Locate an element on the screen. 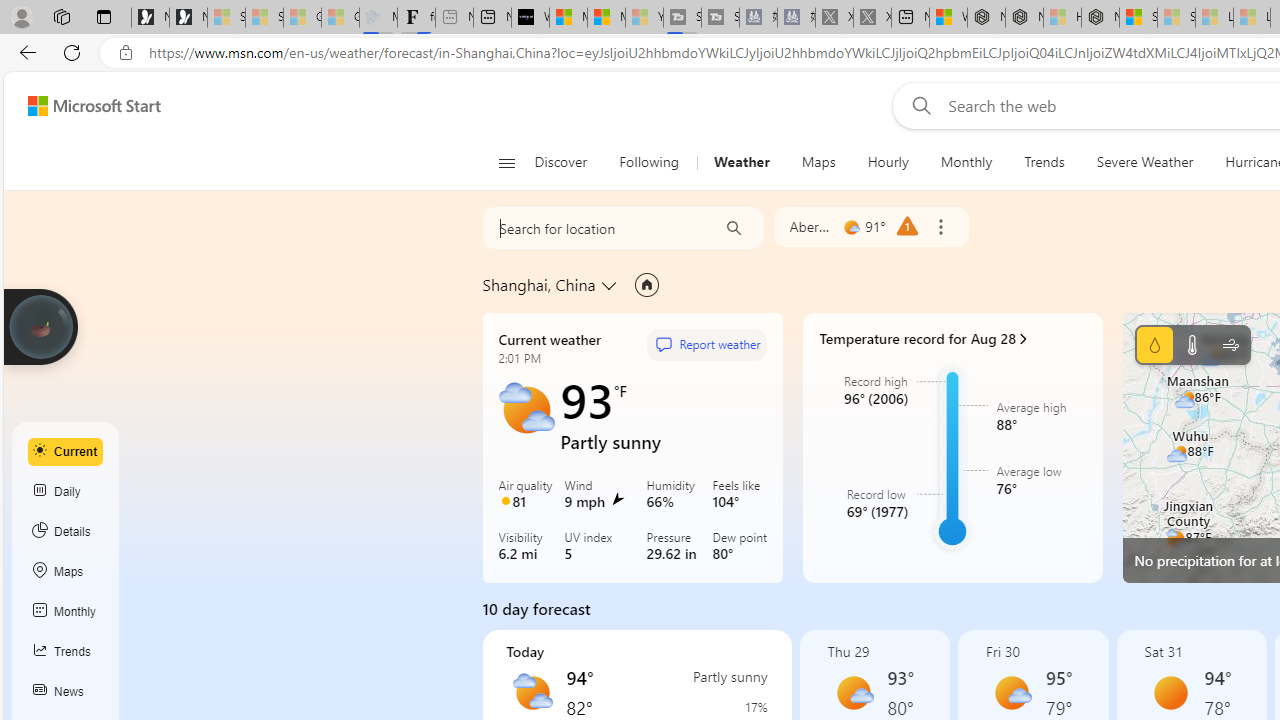 The height and width of the screenshot is (720, 1280). 'Trends' is located at coordinates (1043, 162).